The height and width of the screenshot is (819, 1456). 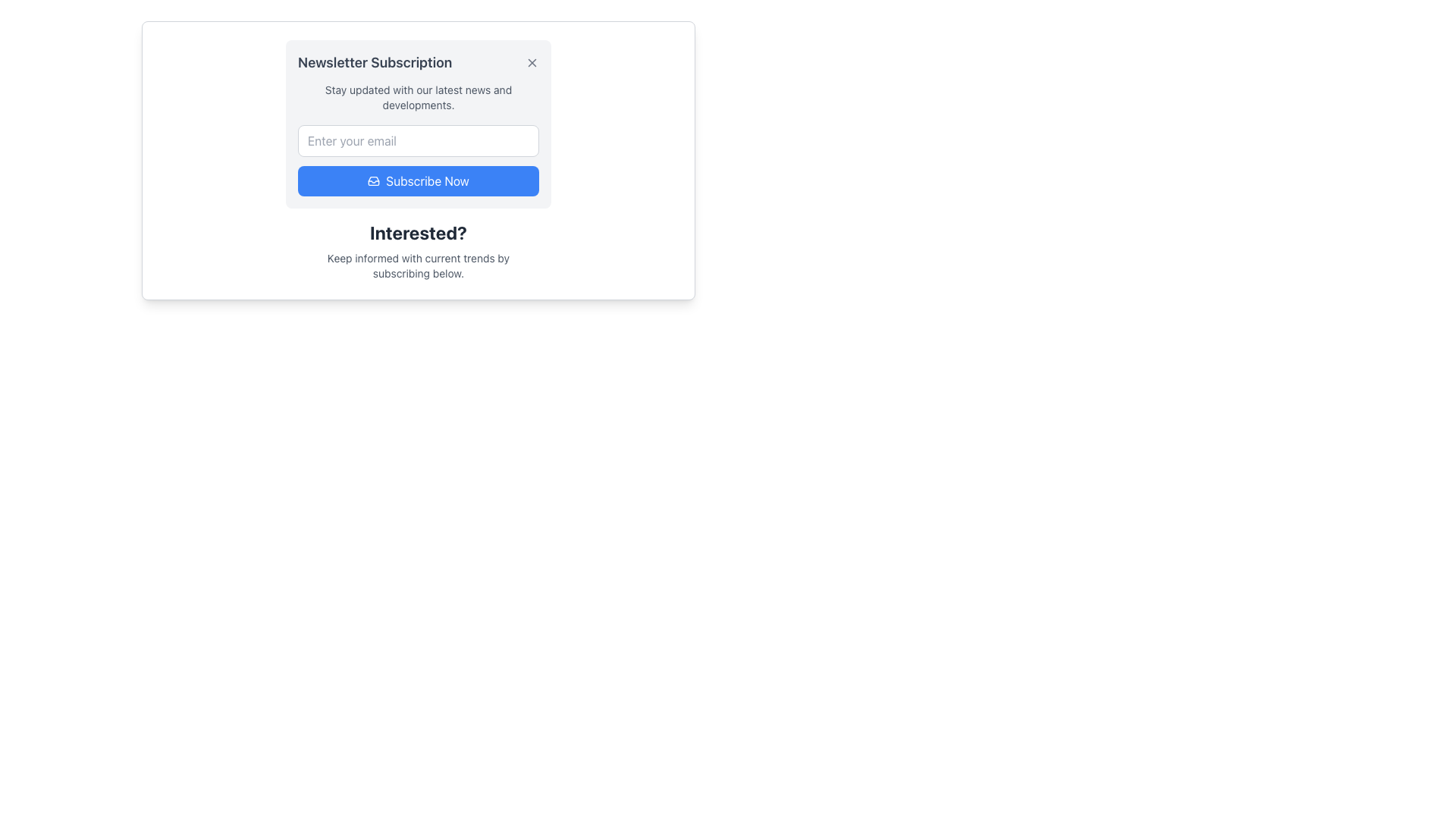 I want to click on the close button located at the top-right corner of the 'Newsletter Subscription' section, so click(x=532, y=62).